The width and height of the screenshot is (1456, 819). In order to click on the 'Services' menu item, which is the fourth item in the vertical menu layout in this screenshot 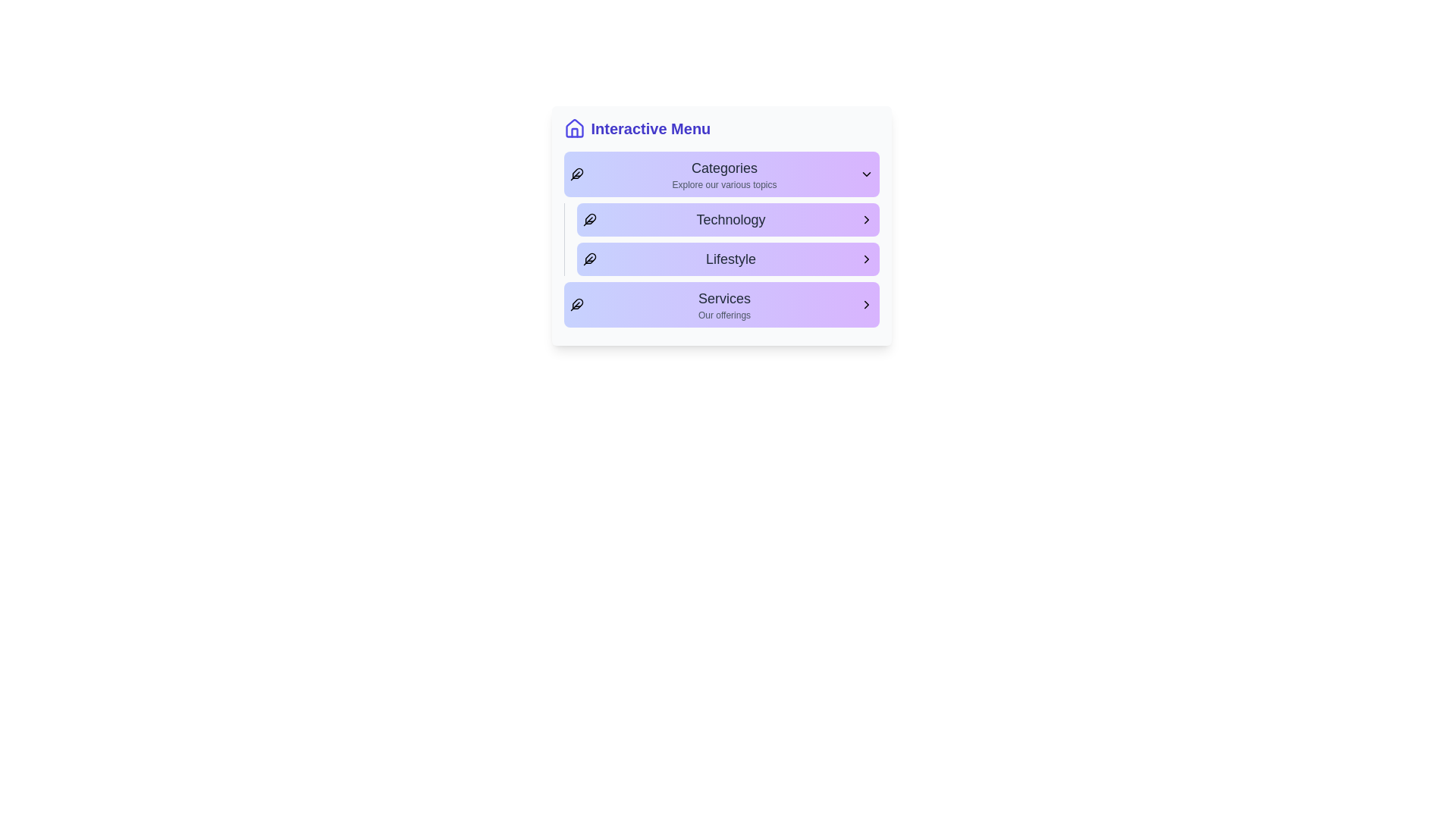, I will do `click(720, 304)`.